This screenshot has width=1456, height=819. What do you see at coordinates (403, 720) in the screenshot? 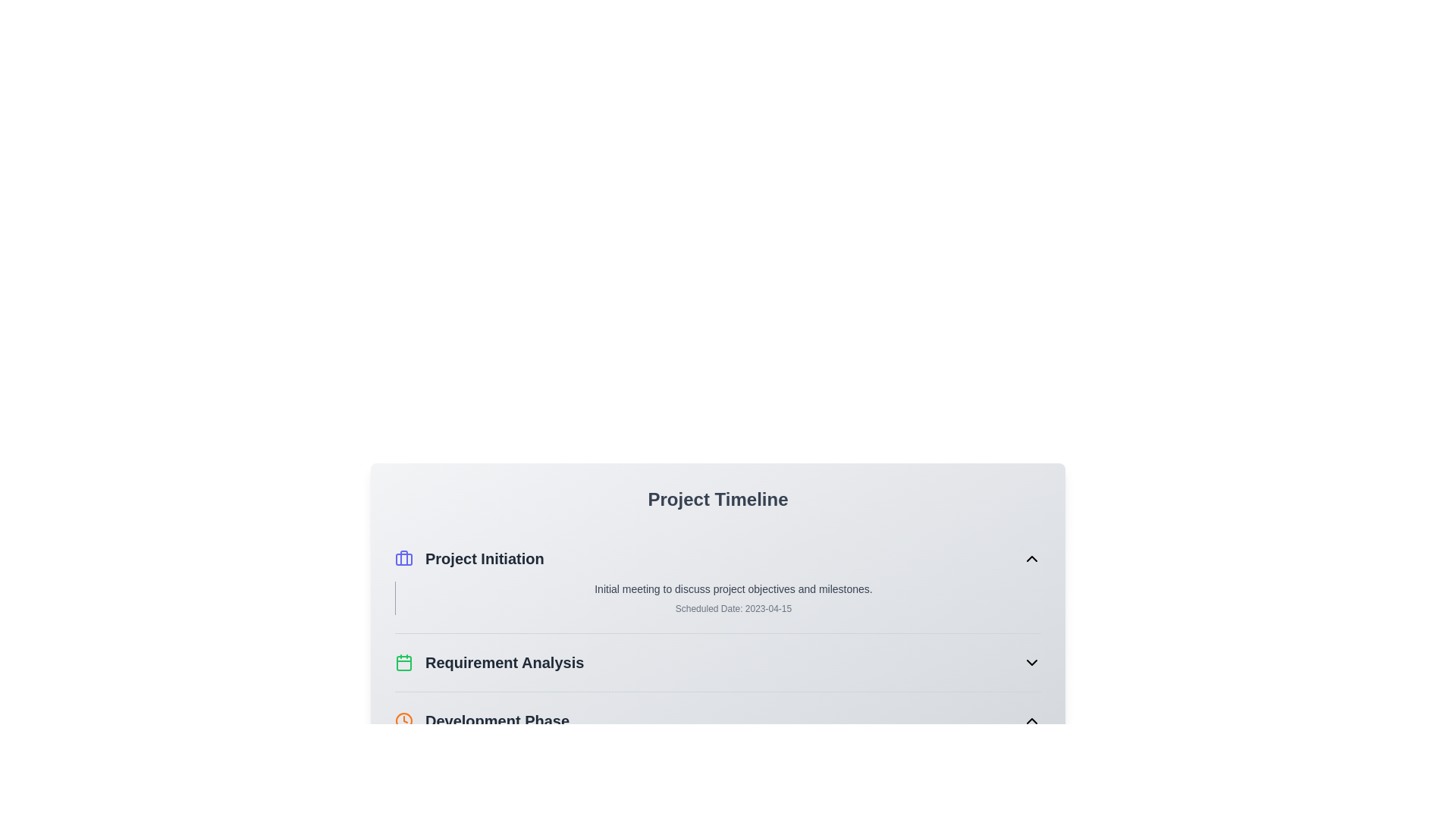
I see `the graphical icon (circle) that symbolizes time-related actions, located near the 'Development Phase' label in the project's detailed timeline interface` at bounding box center [403, 720].